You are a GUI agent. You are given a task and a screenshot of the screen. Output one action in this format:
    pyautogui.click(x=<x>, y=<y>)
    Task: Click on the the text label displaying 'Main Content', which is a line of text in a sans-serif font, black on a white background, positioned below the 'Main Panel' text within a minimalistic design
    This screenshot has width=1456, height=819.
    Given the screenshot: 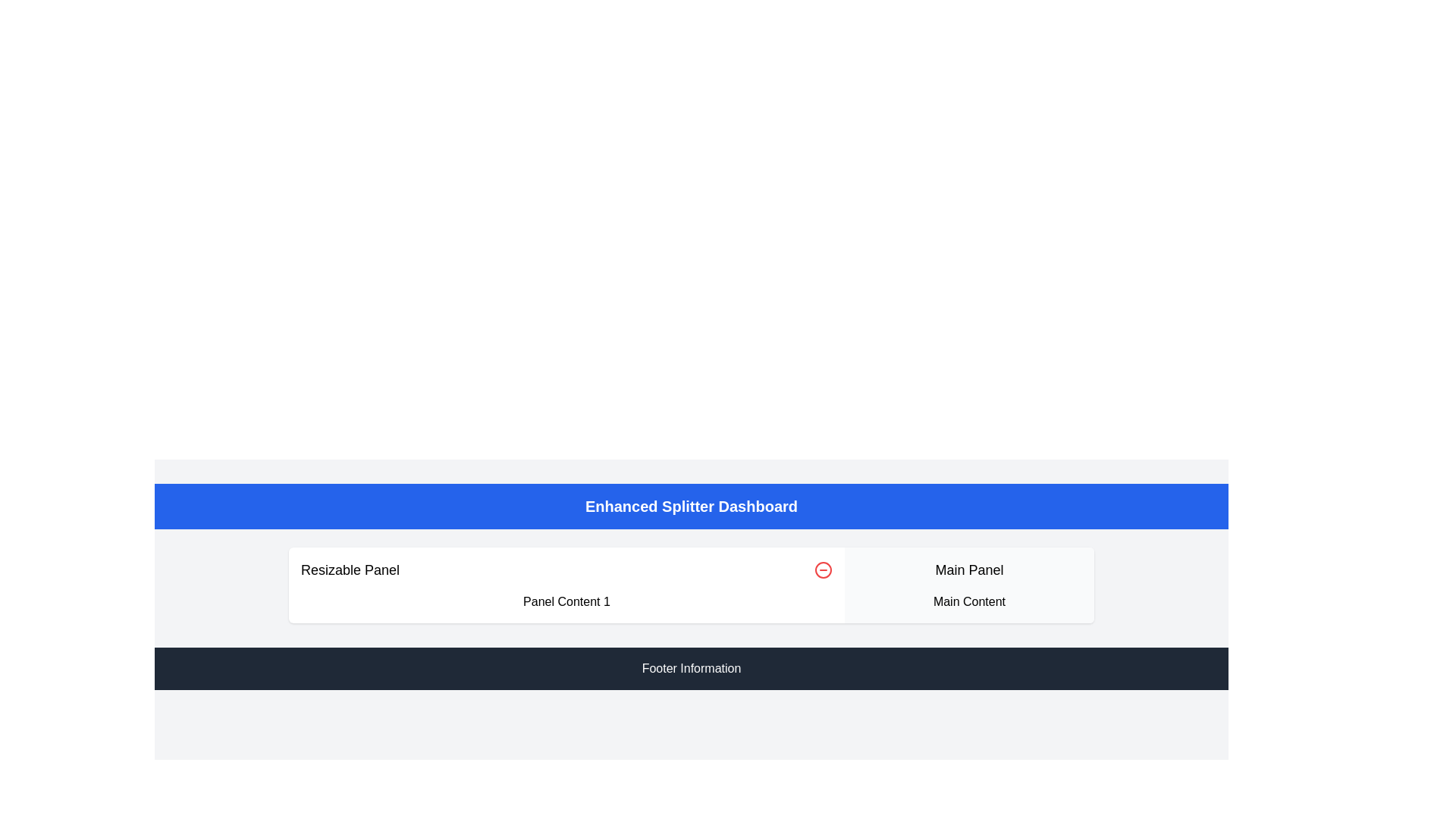 What is the action you would take?
    pyautogui.click(x=968, y=601)
    